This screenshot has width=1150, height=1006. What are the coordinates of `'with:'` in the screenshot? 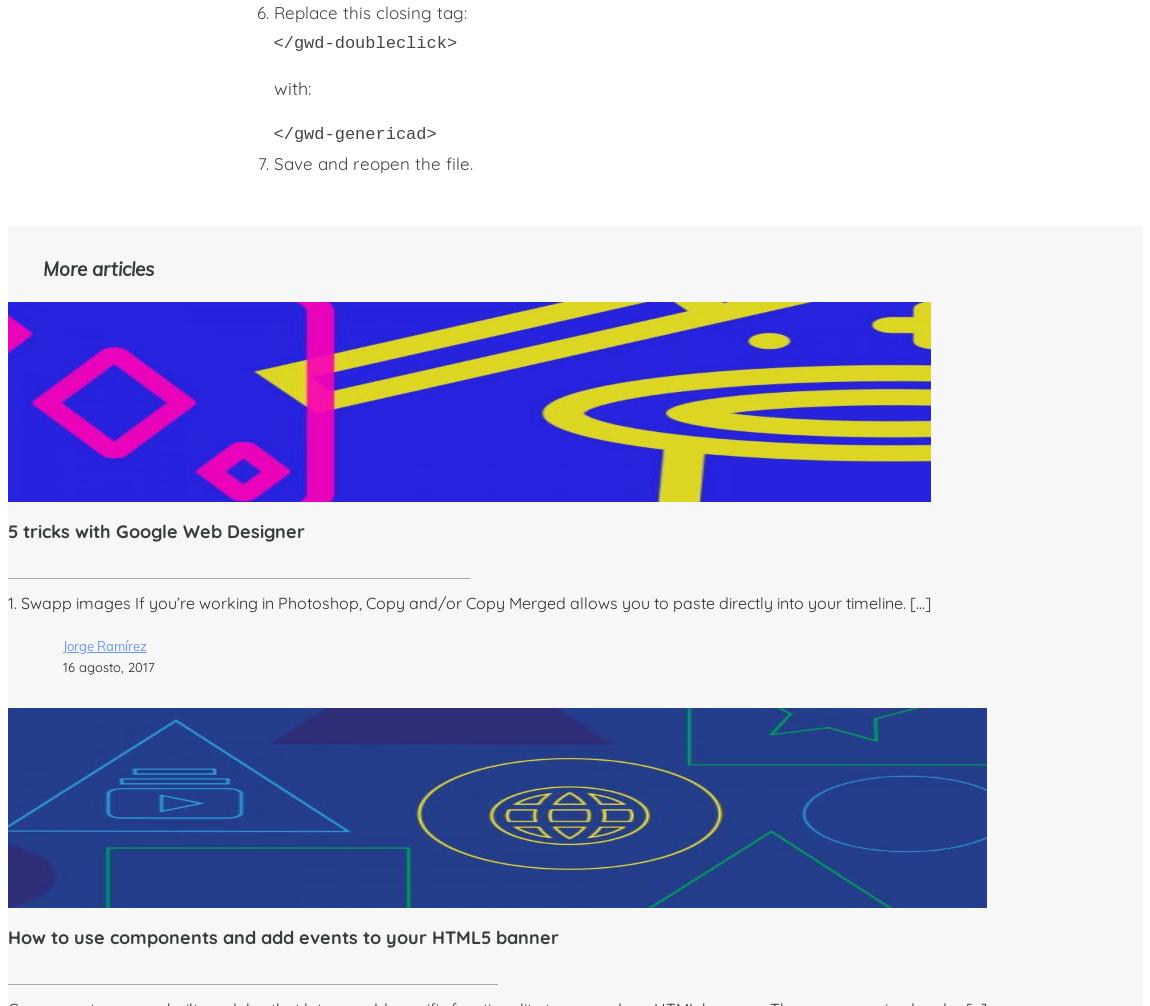 It's located at (272, 87).